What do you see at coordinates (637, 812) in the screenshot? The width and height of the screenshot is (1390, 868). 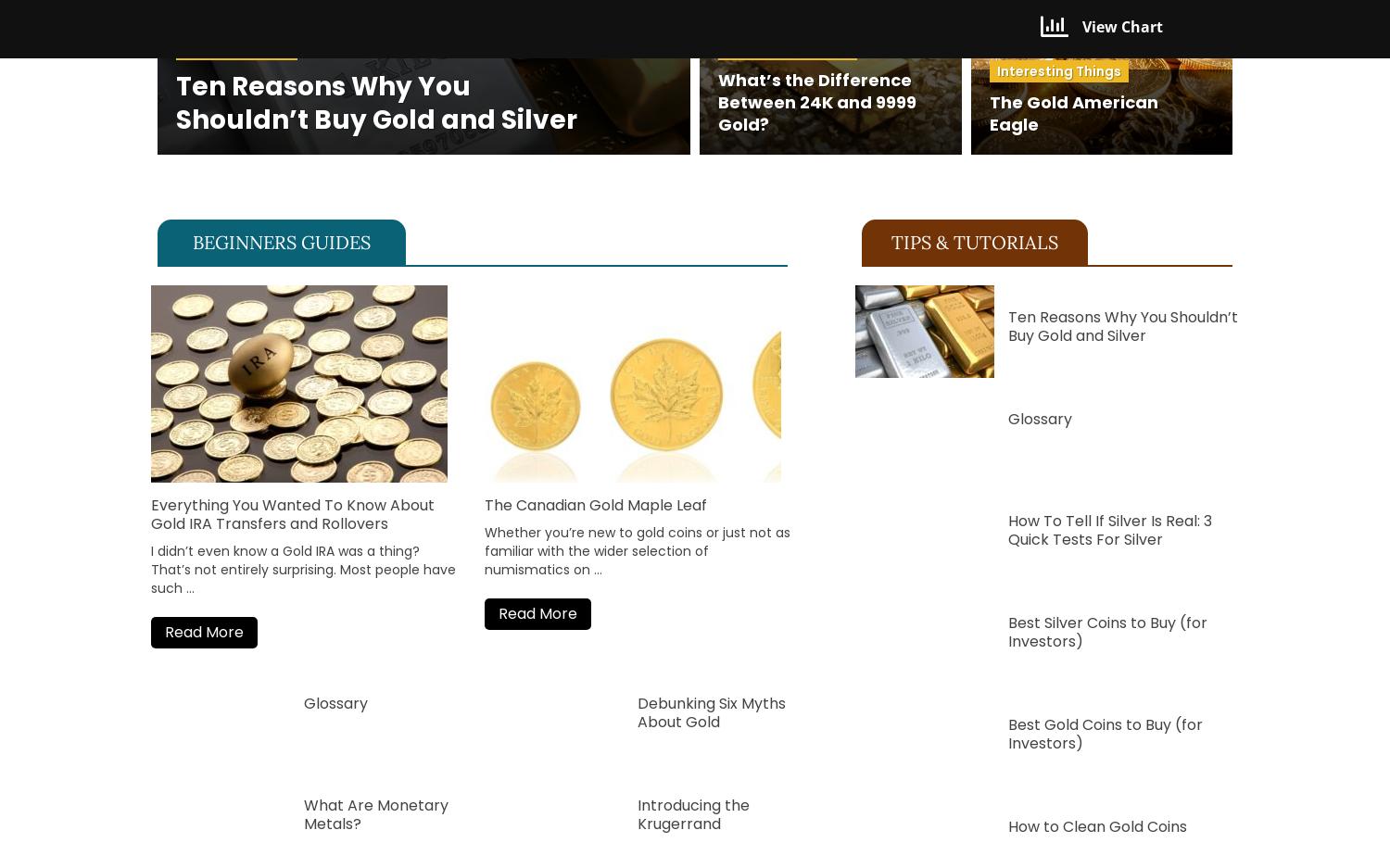 I see `'Introducing the Krugerrand'` at bounding box center [637, 812].